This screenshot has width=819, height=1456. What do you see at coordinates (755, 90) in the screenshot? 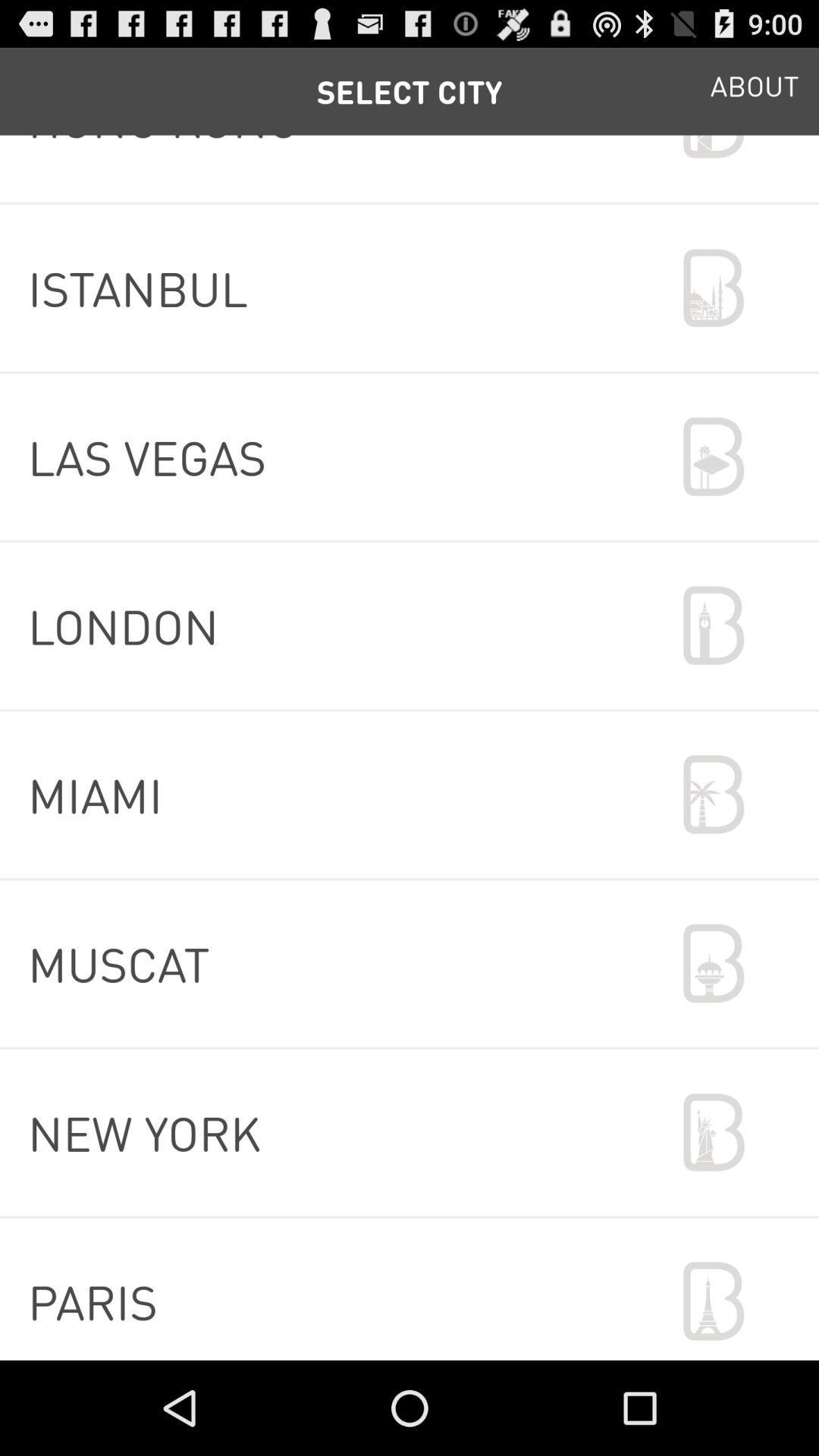
I see `about item` at bounding box center [755, 90].